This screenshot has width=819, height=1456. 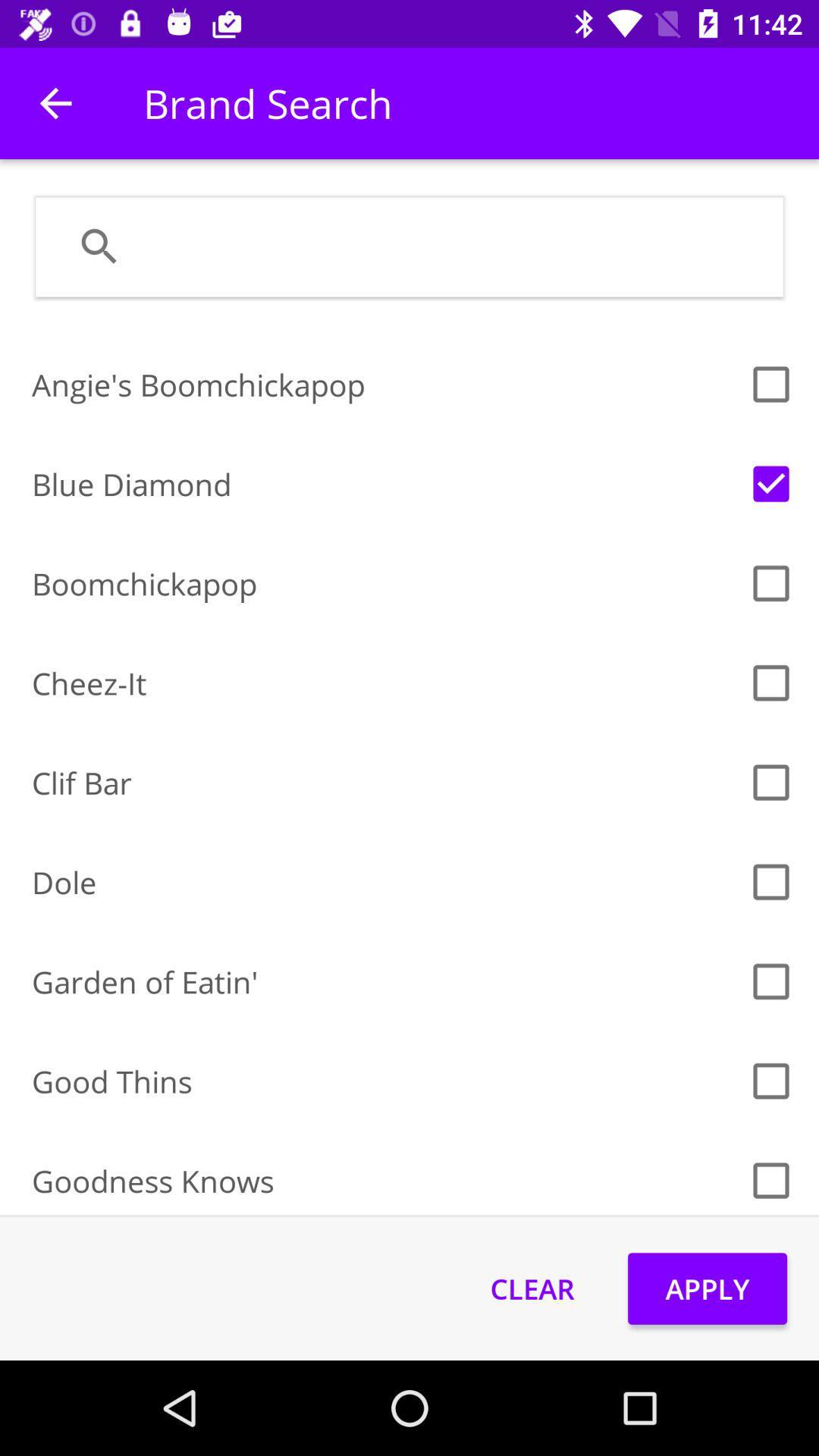 I want to click on the blue diamond, so click(x=384, y=483).